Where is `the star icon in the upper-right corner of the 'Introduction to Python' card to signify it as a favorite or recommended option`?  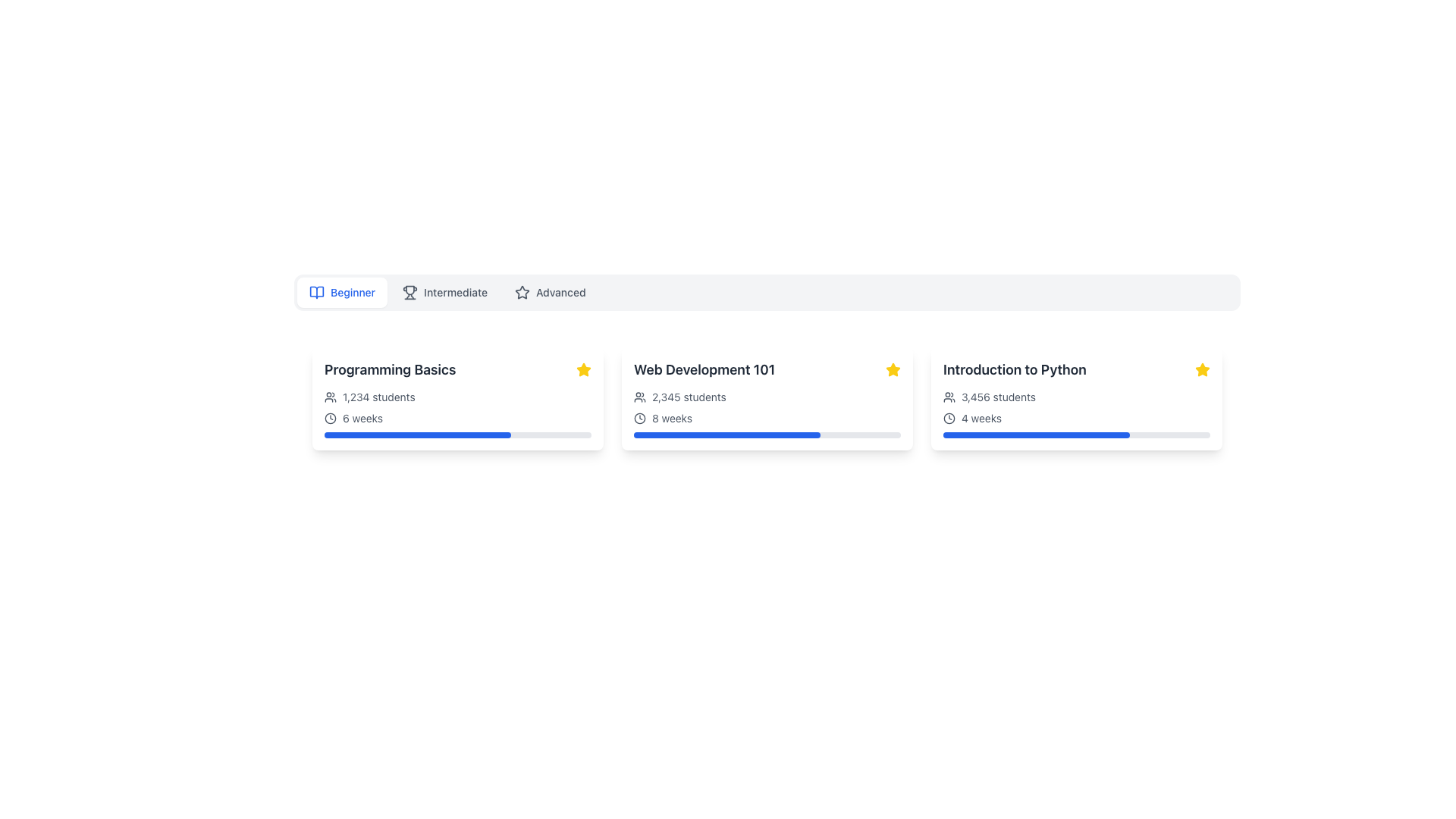 the star icon in the upper-right corner of the 'Introduction to Python' card to signify it as a favorite or recommended option is located at coordinates (1201, 370).